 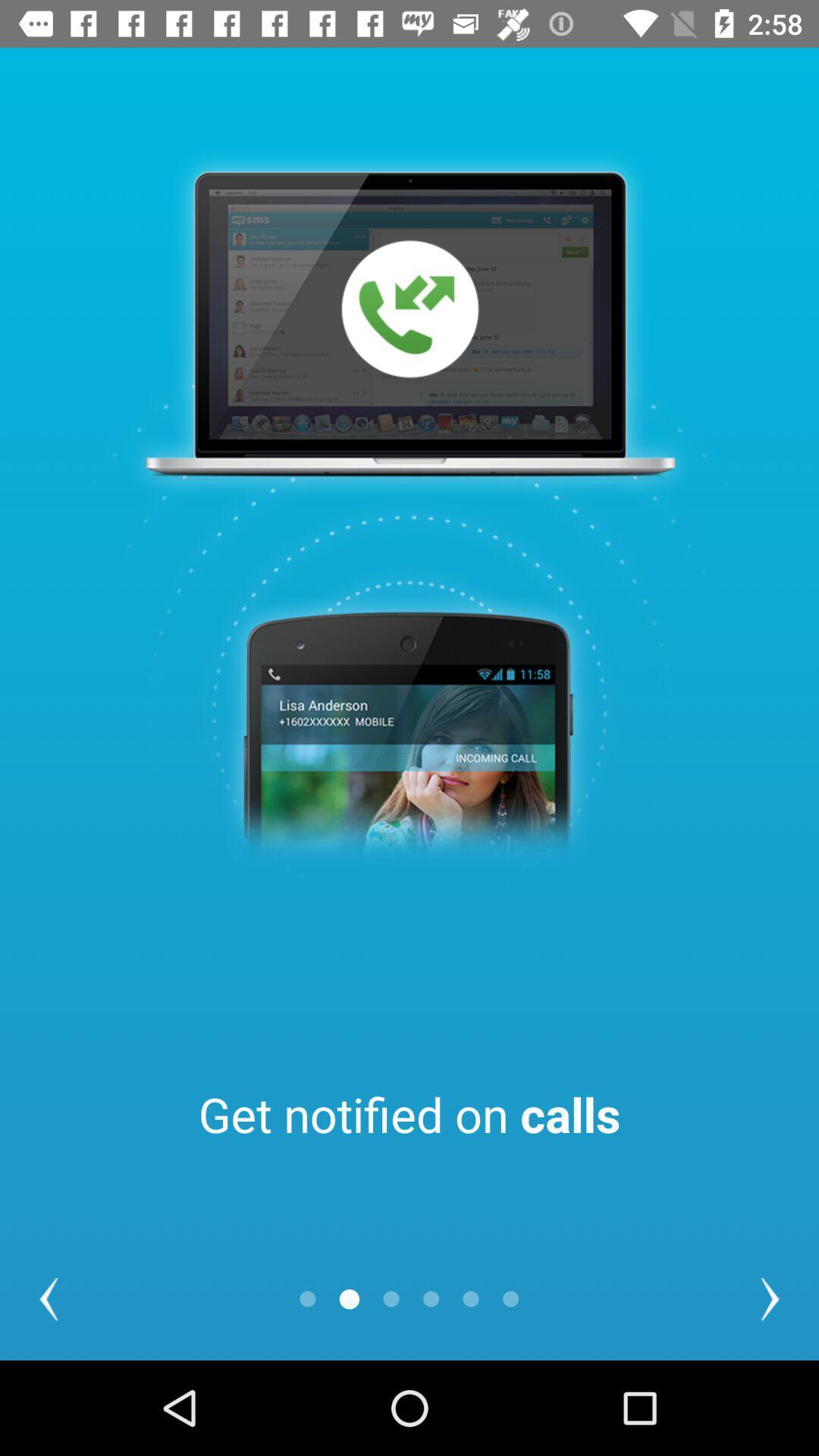 I want to click on the item at the bottom left corner, so click(x=48, y=1298).